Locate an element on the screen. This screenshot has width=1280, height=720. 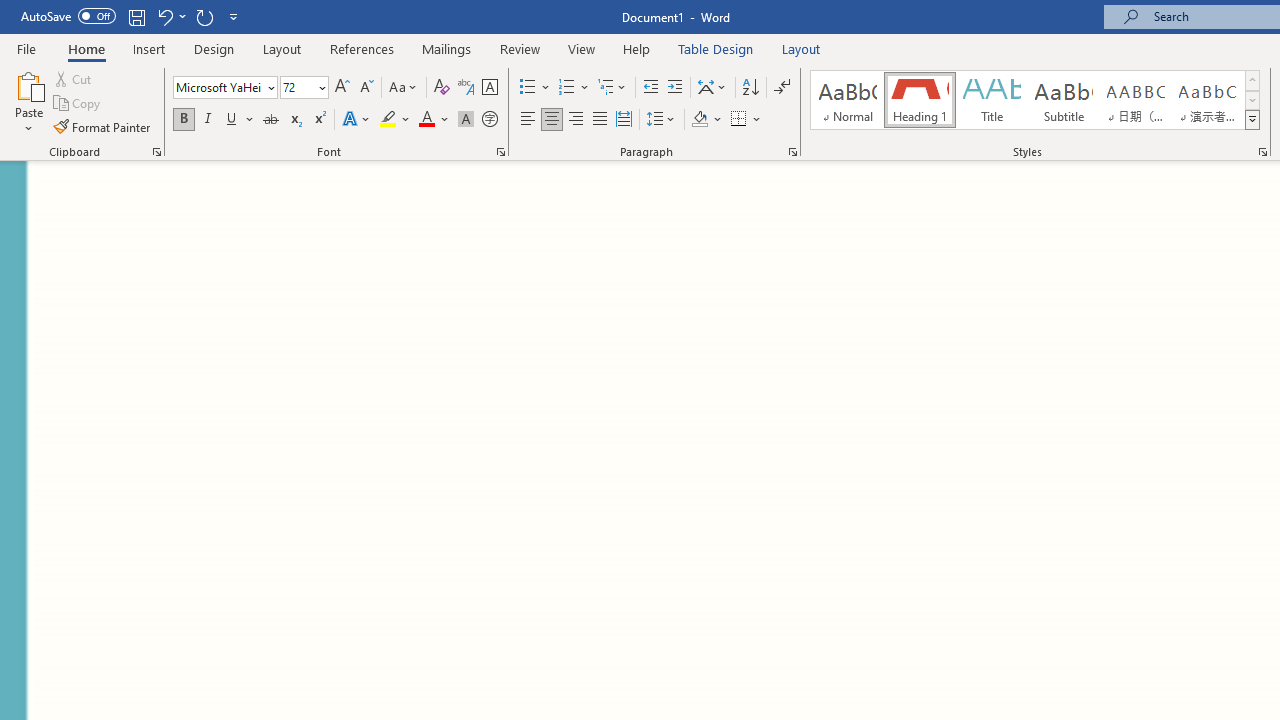
'System' is located at coordinates (10, 11).